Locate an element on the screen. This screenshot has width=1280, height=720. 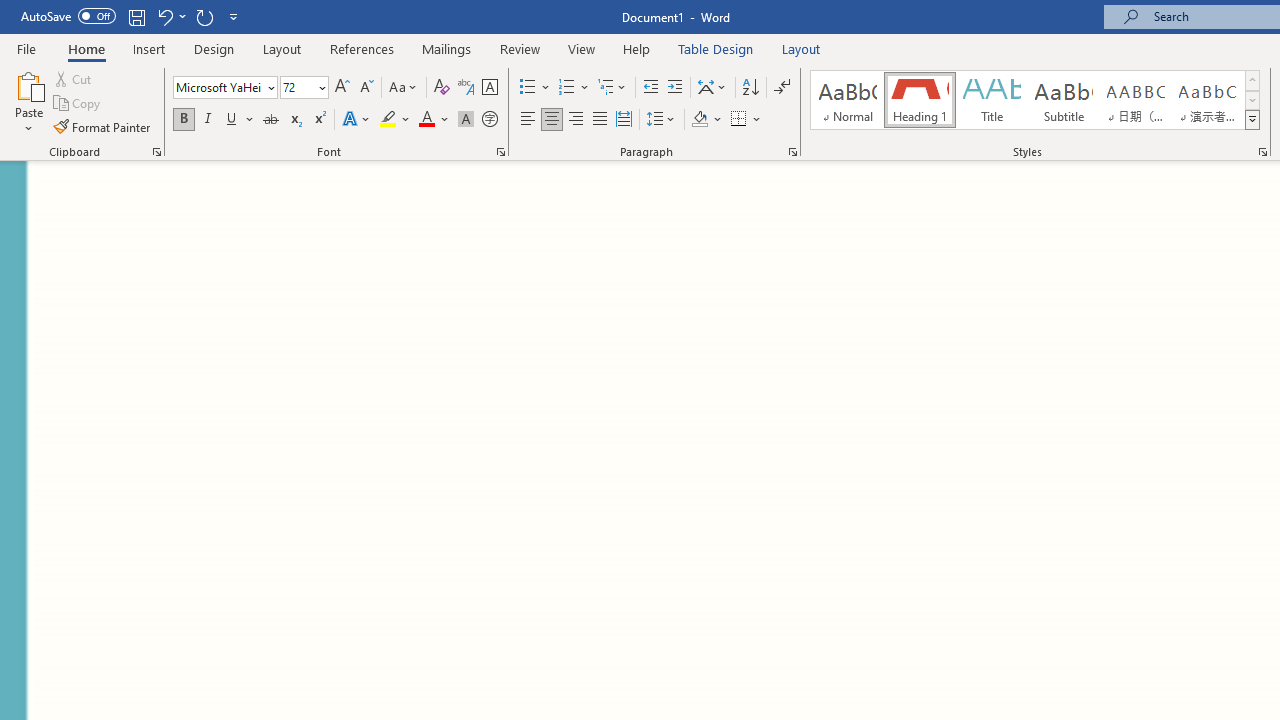
'System' is located at coordinates (10, 11).